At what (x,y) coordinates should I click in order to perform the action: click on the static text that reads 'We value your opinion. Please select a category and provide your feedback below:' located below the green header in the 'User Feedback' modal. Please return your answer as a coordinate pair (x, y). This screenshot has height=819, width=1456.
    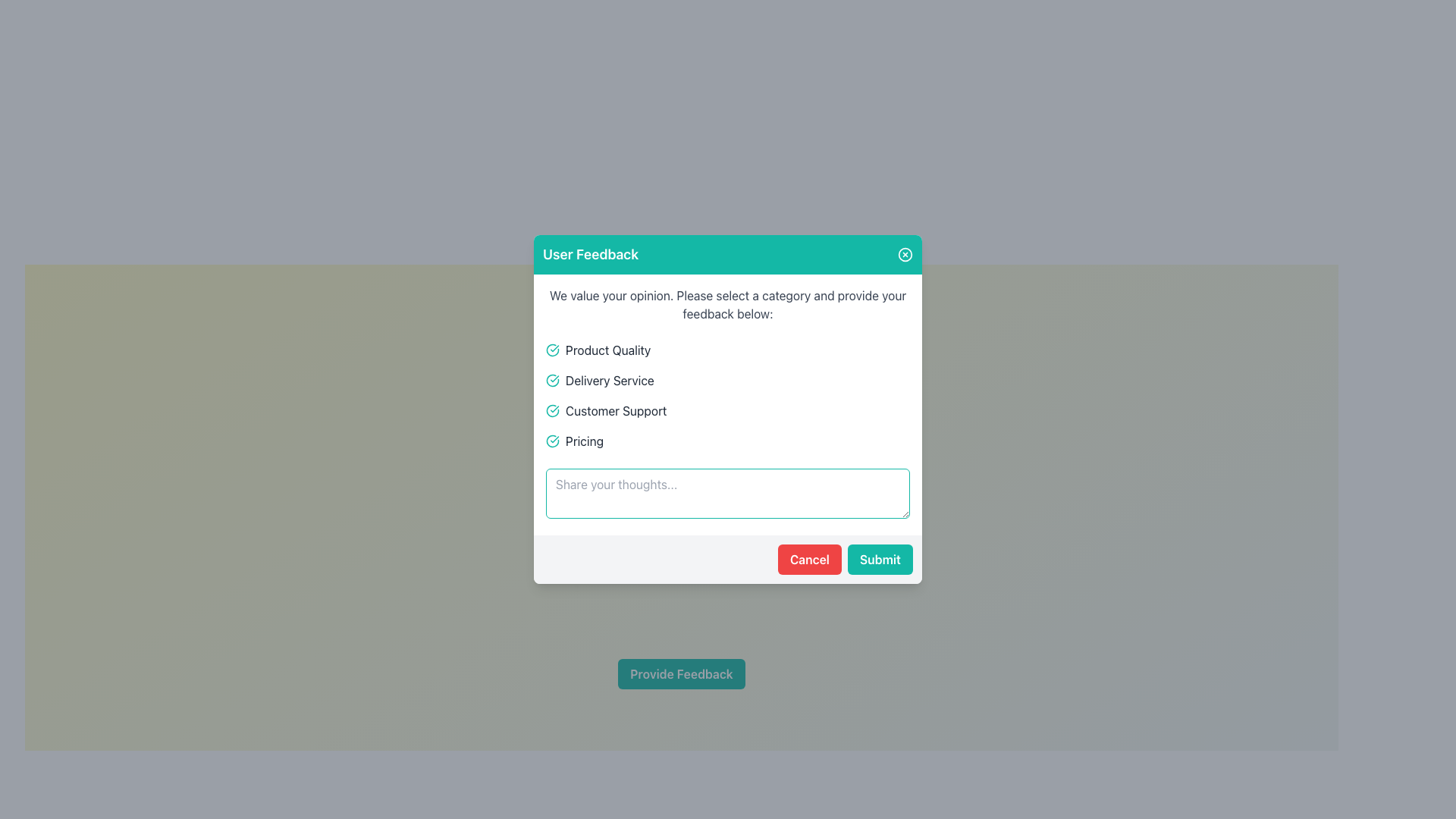
    Looking at the image, I should click on (728, 304).